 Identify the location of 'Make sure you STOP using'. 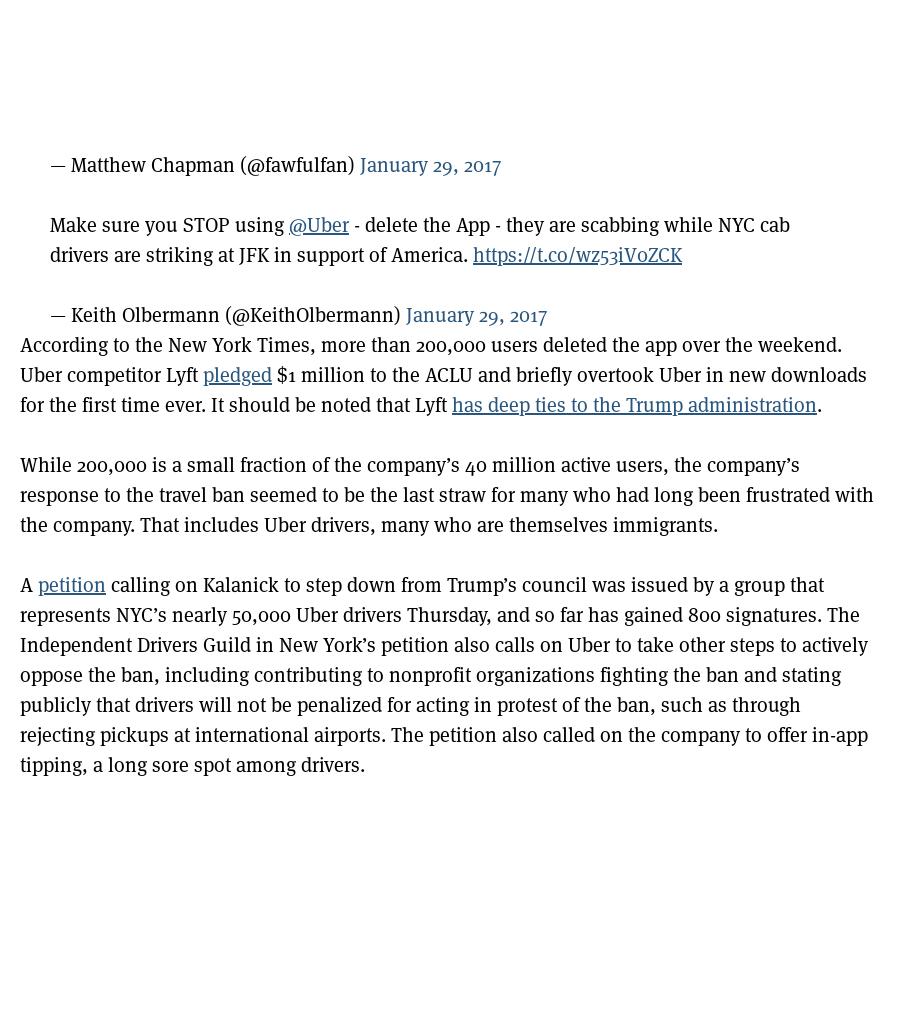
(169, 224).